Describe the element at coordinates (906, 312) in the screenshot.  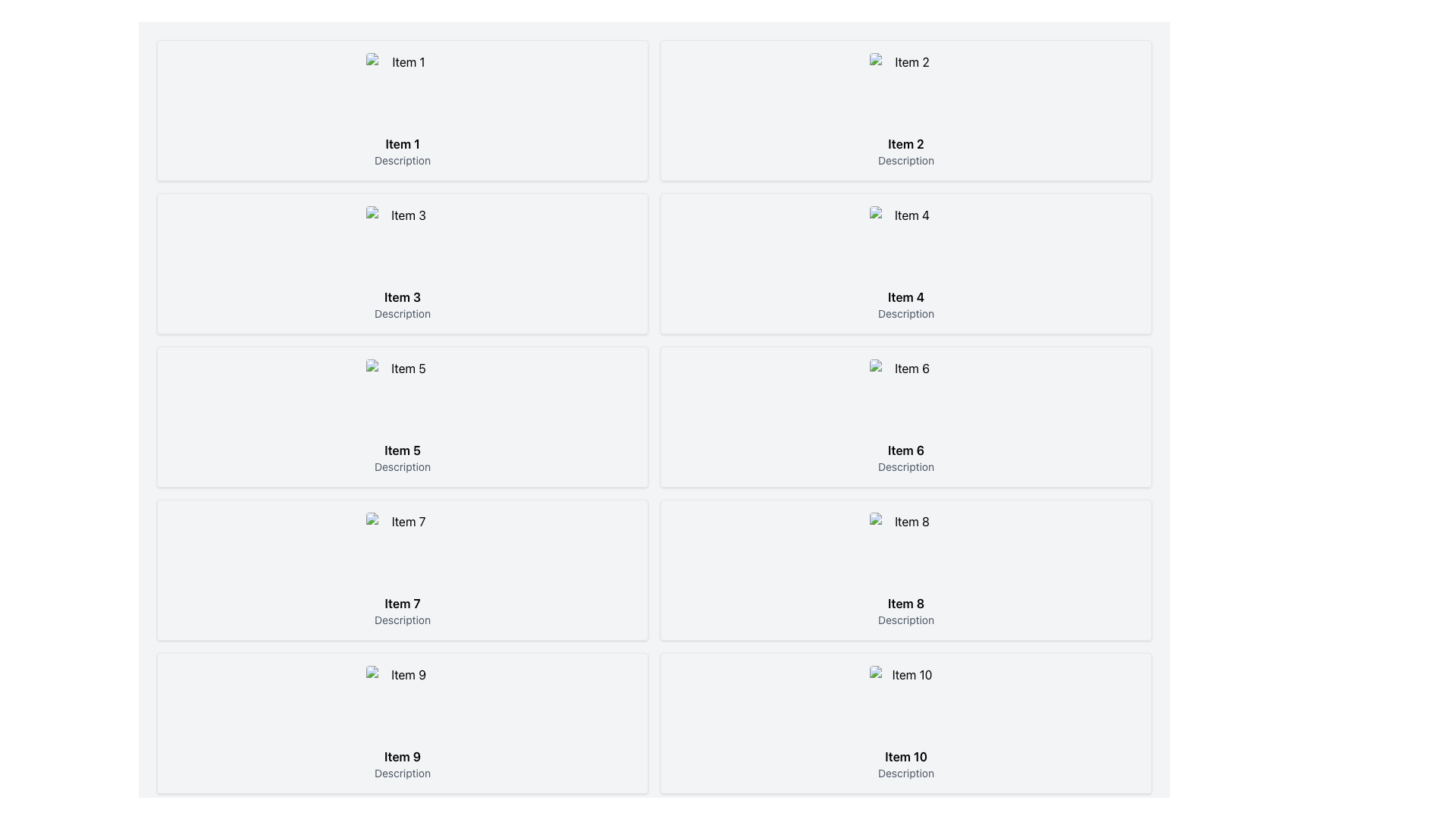
I see `the text label displaying 'Description' located beneath the title 'Item 4' in the fourth item card` at that location.